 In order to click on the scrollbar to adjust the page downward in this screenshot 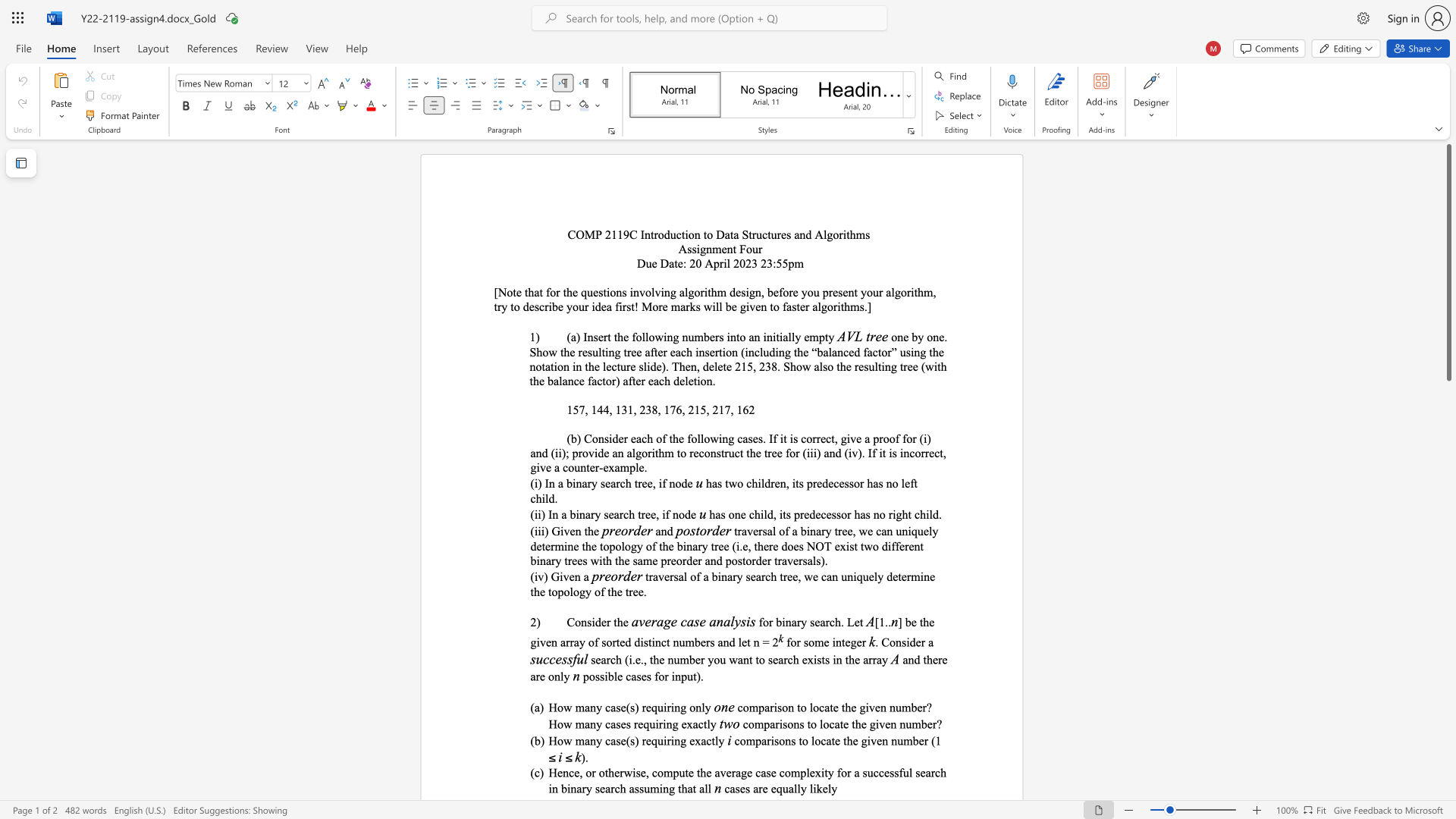, I will do `click(1448, 713)`.